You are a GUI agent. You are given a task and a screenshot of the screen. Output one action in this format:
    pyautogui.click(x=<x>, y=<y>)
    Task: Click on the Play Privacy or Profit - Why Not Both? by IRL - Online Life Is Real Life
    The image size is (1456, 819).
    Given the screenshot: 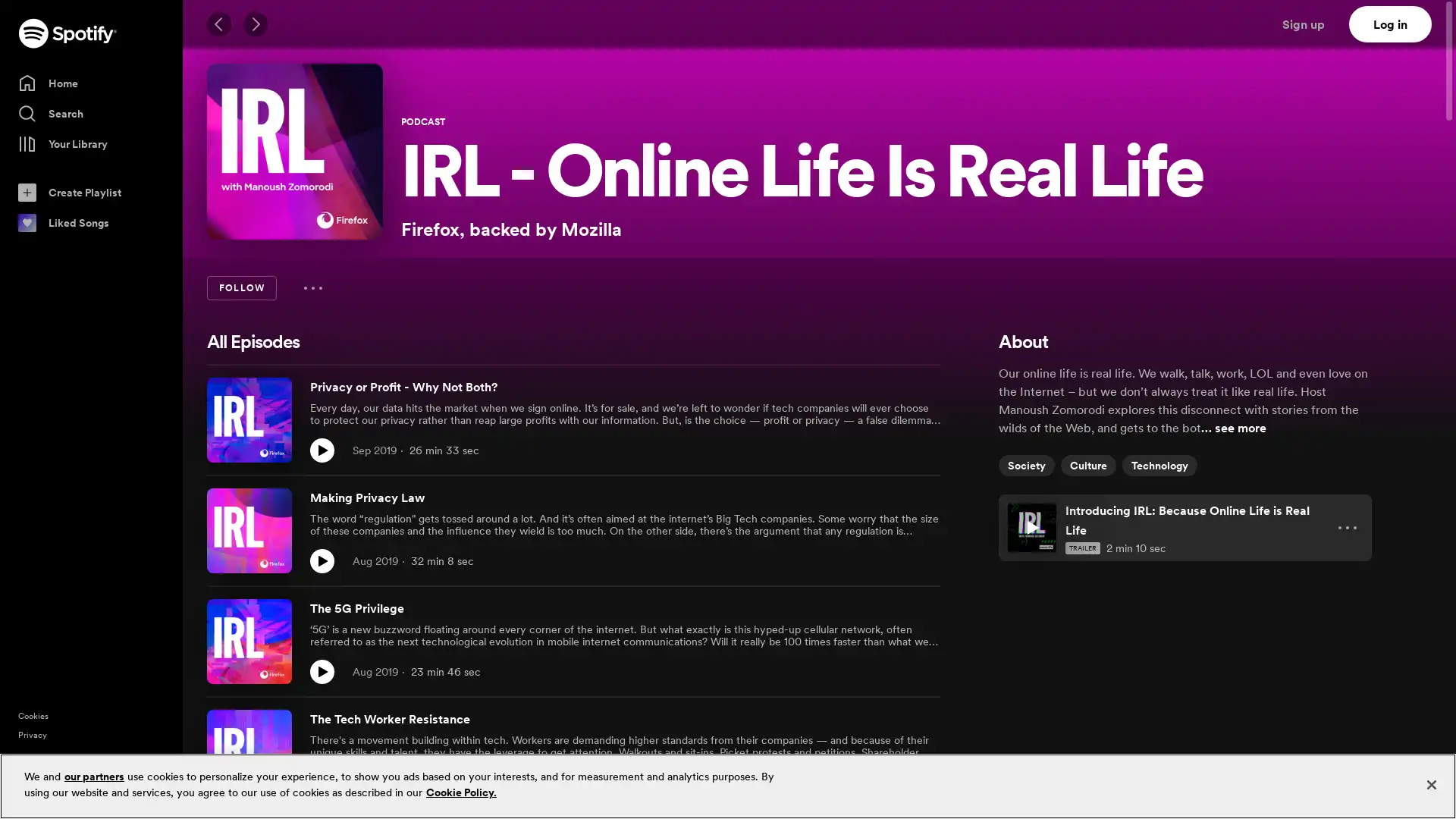 What is the action you would take?
    pyautogui.click(x=322, y=450)
    